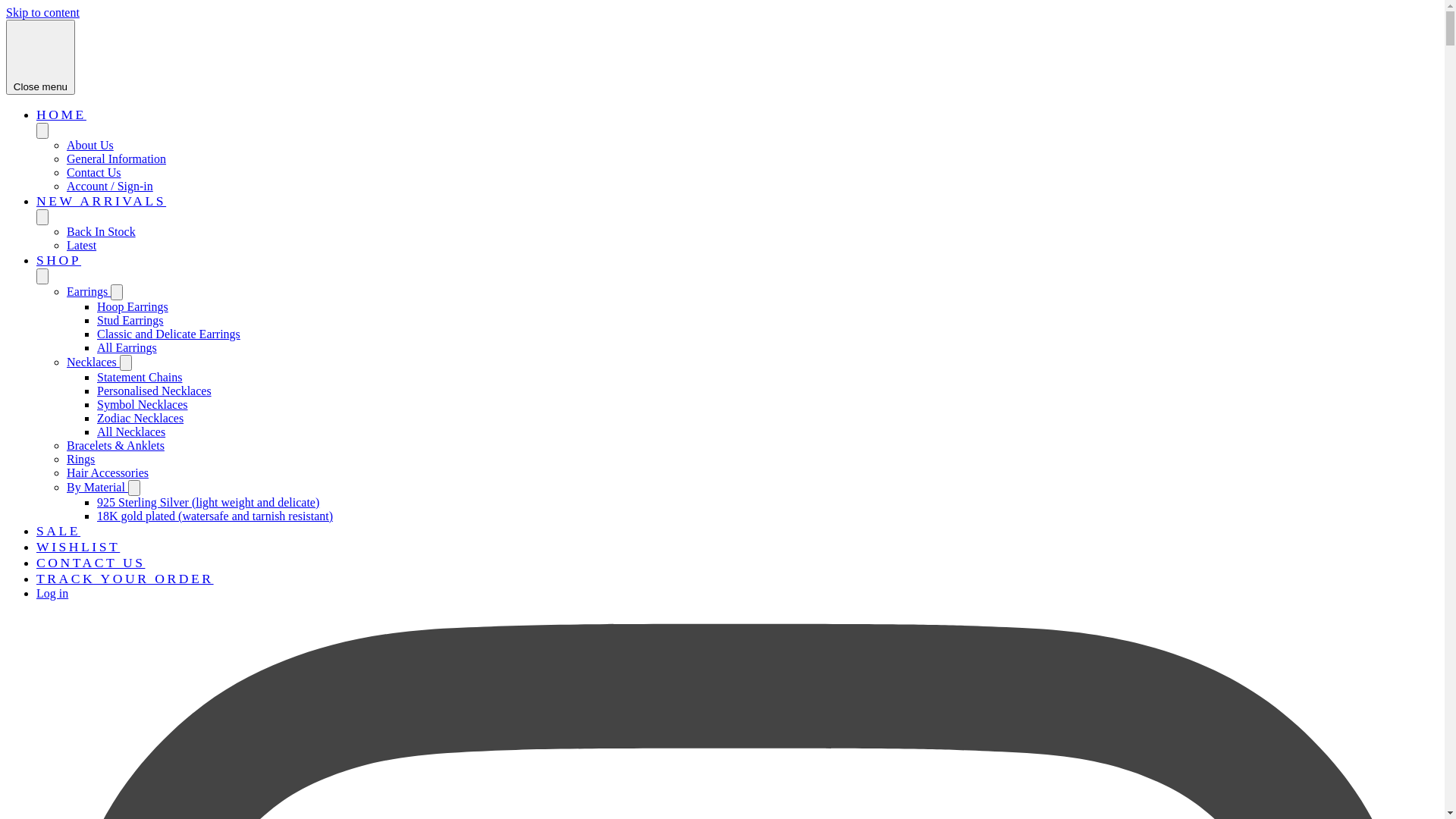 This screenshot has width=1456, height=819. What do you see at coordinates (142, 403) in the screenshot?
I see `'Symbol Necklaces'` at bounding box center [142, 403].